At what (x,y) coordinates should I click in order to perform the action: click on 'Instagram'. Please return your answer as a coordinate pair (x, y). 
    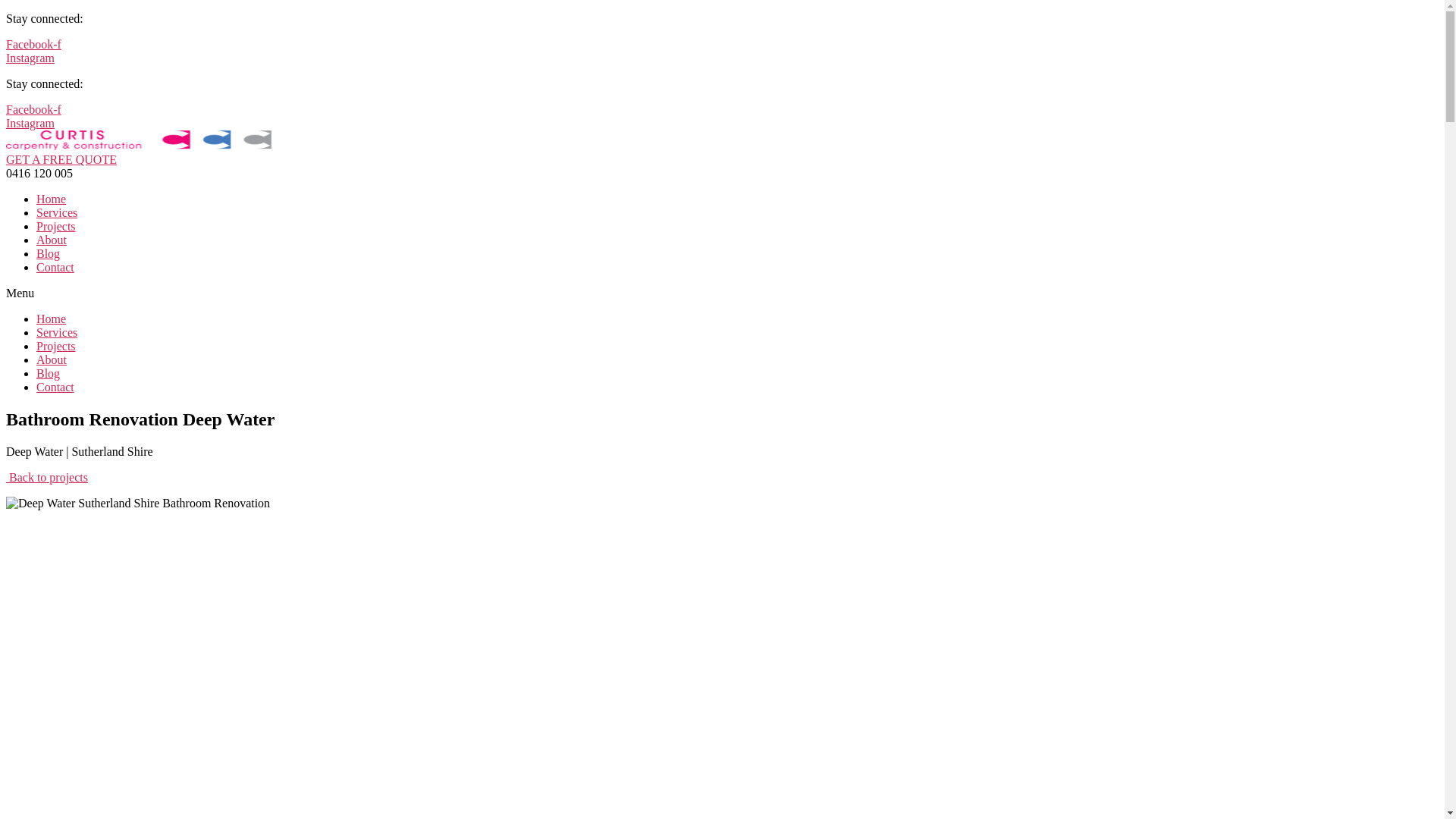
    Looking at the image, I should click on (30, 122).